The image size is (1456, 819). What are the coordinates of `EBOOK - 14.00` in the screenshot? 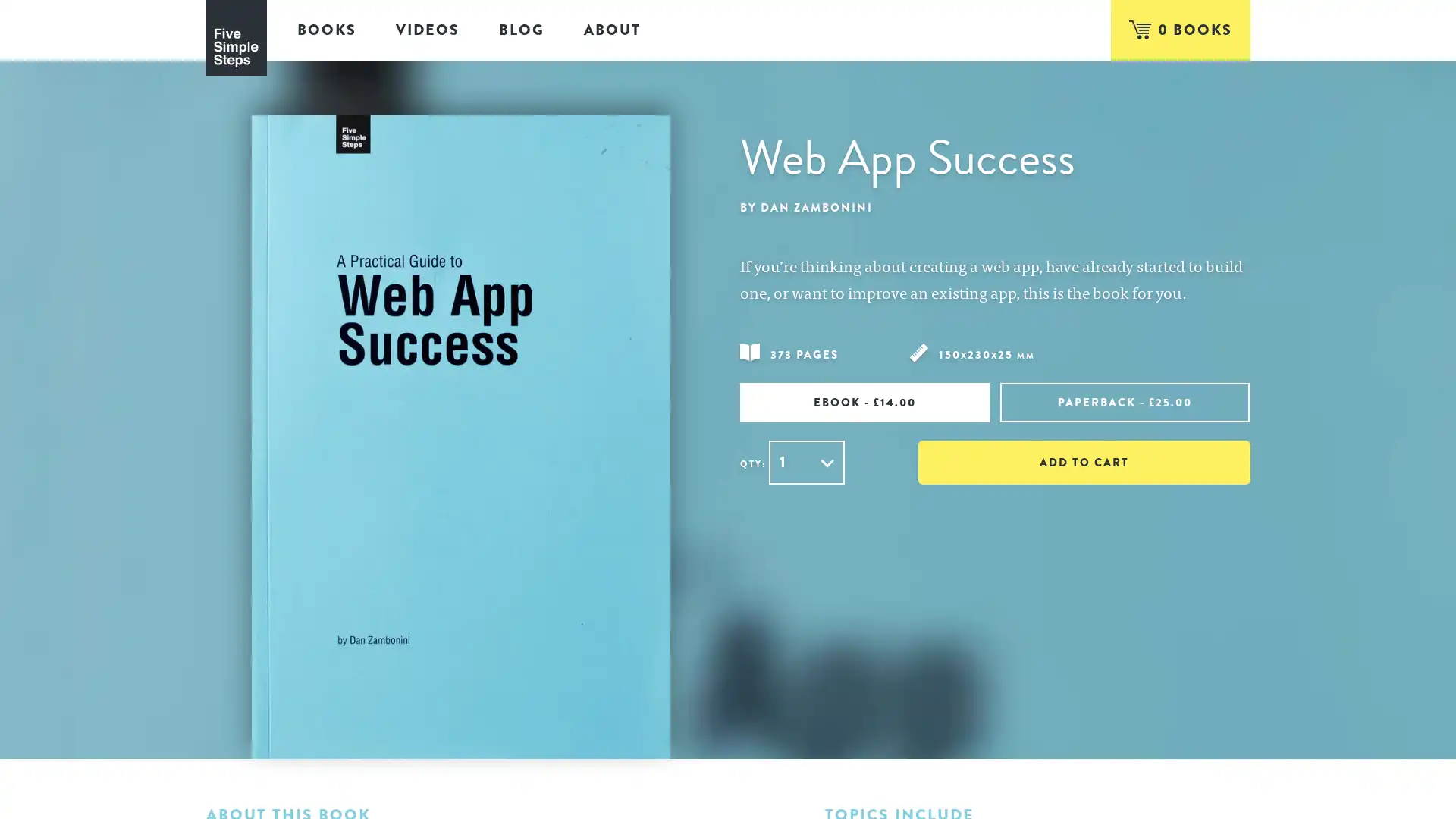 It's located at (864, 401).